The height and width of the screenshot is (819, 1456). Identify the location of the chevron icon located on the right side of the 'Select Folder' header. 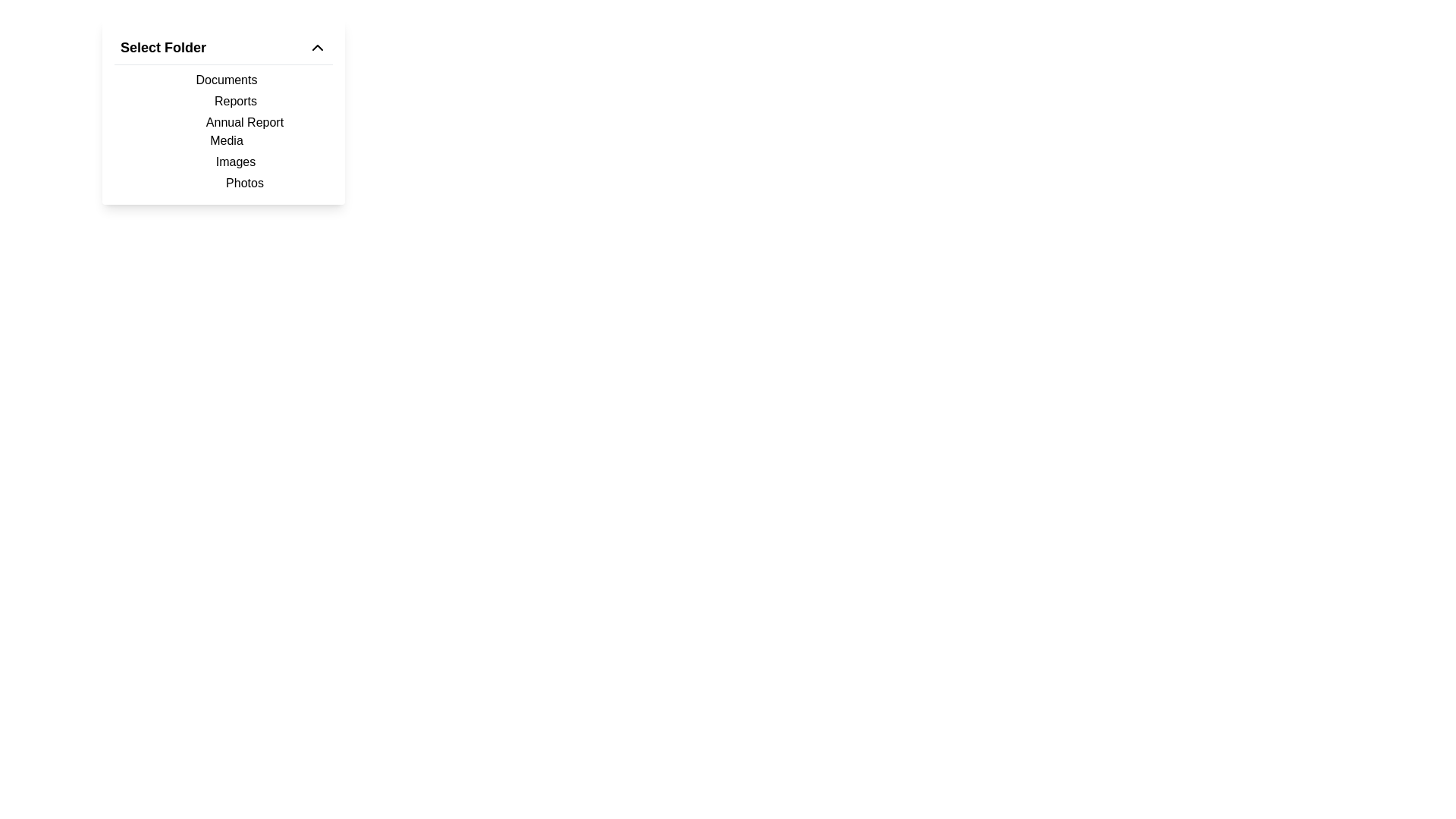
(316, 46).